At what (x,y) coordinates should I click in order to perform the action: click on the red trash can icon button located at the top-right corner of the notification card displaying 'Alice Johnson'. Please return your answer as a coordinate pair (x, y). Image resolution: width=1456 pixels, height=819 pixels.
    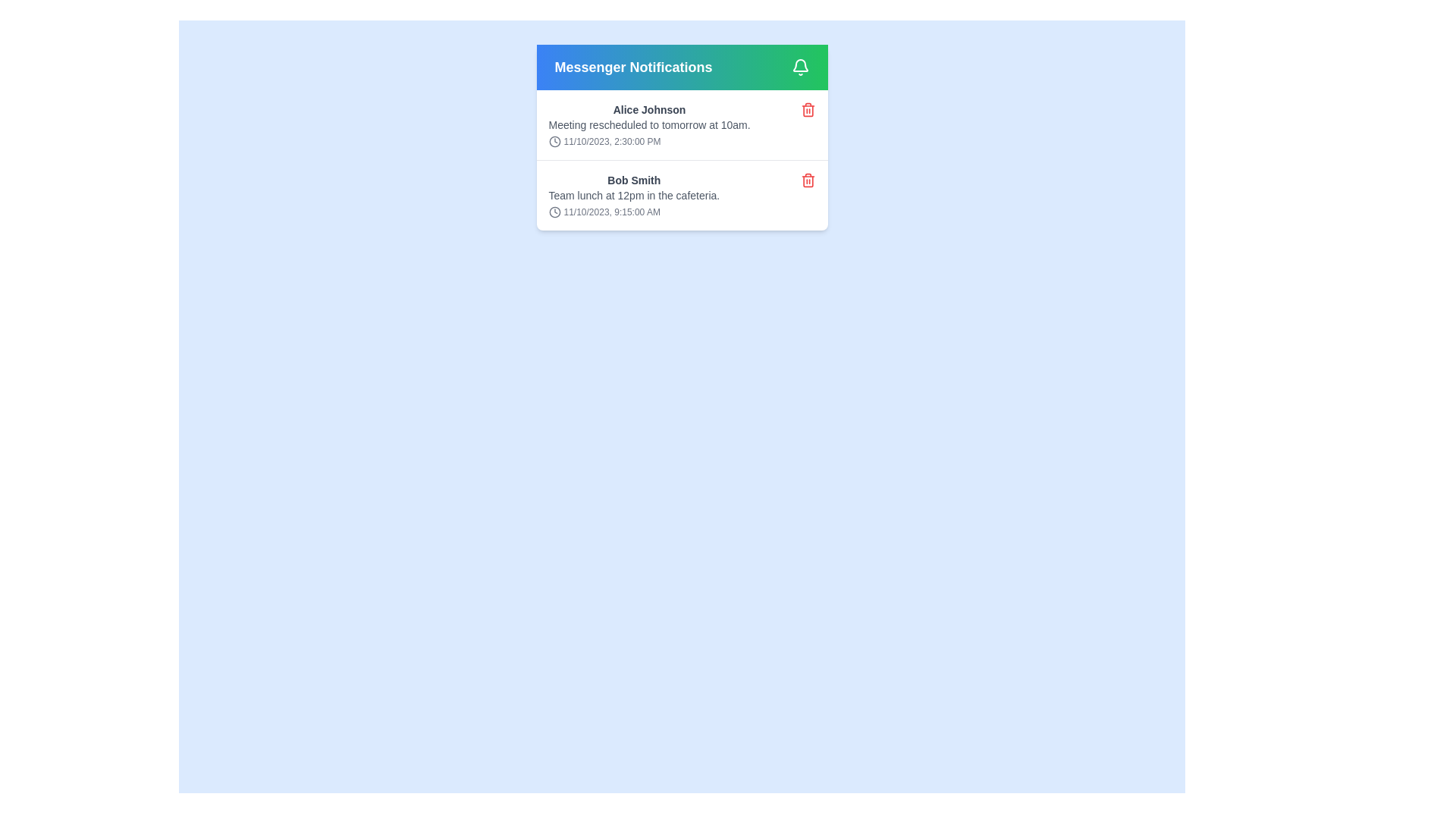
    Looking at the image, I should click on (807, 109).